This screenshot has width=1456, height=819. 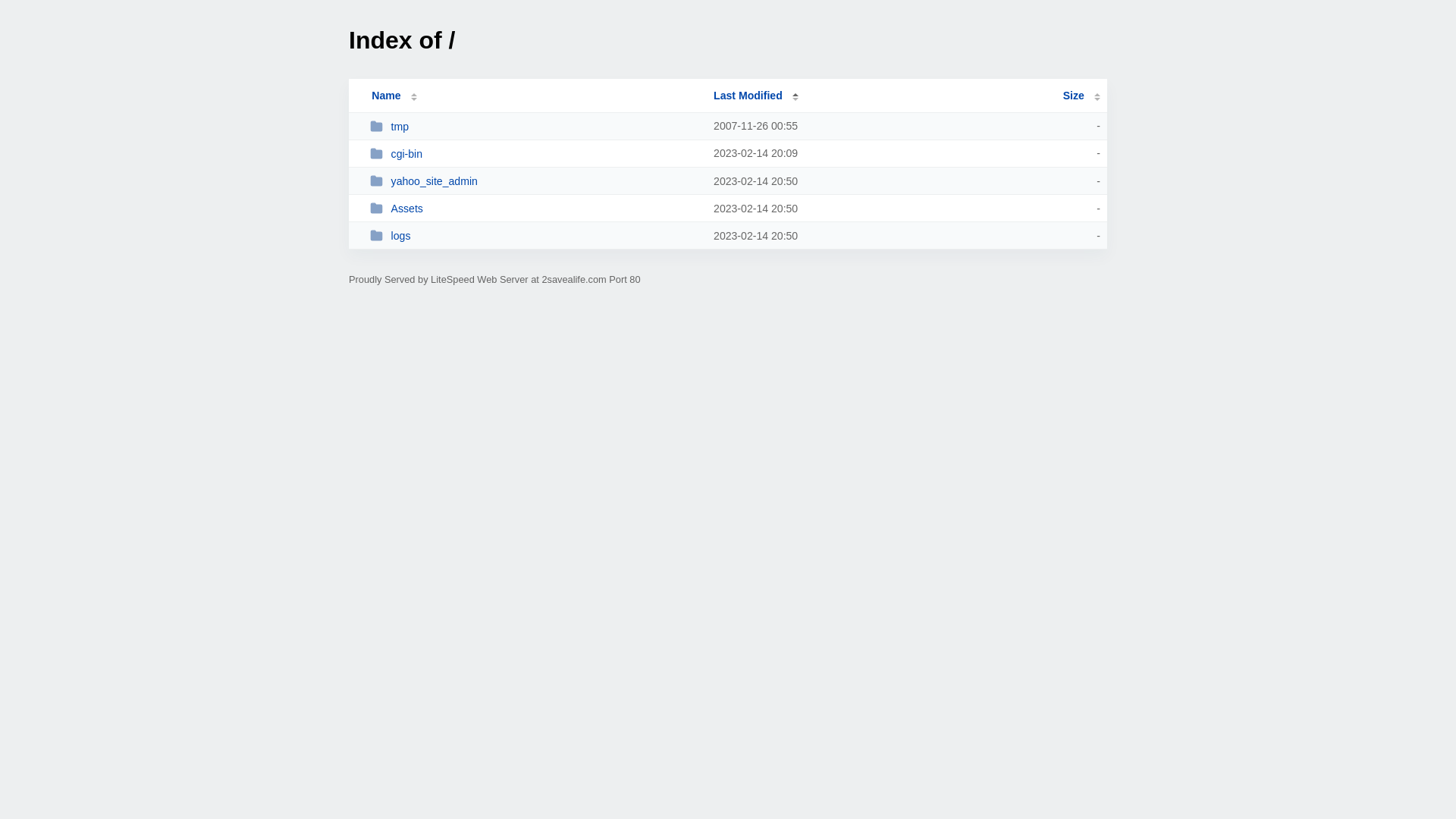 What do you see at coordinates (385, 96) in the screenshot?
I see `'Name'` at bounding box center [385, 96].